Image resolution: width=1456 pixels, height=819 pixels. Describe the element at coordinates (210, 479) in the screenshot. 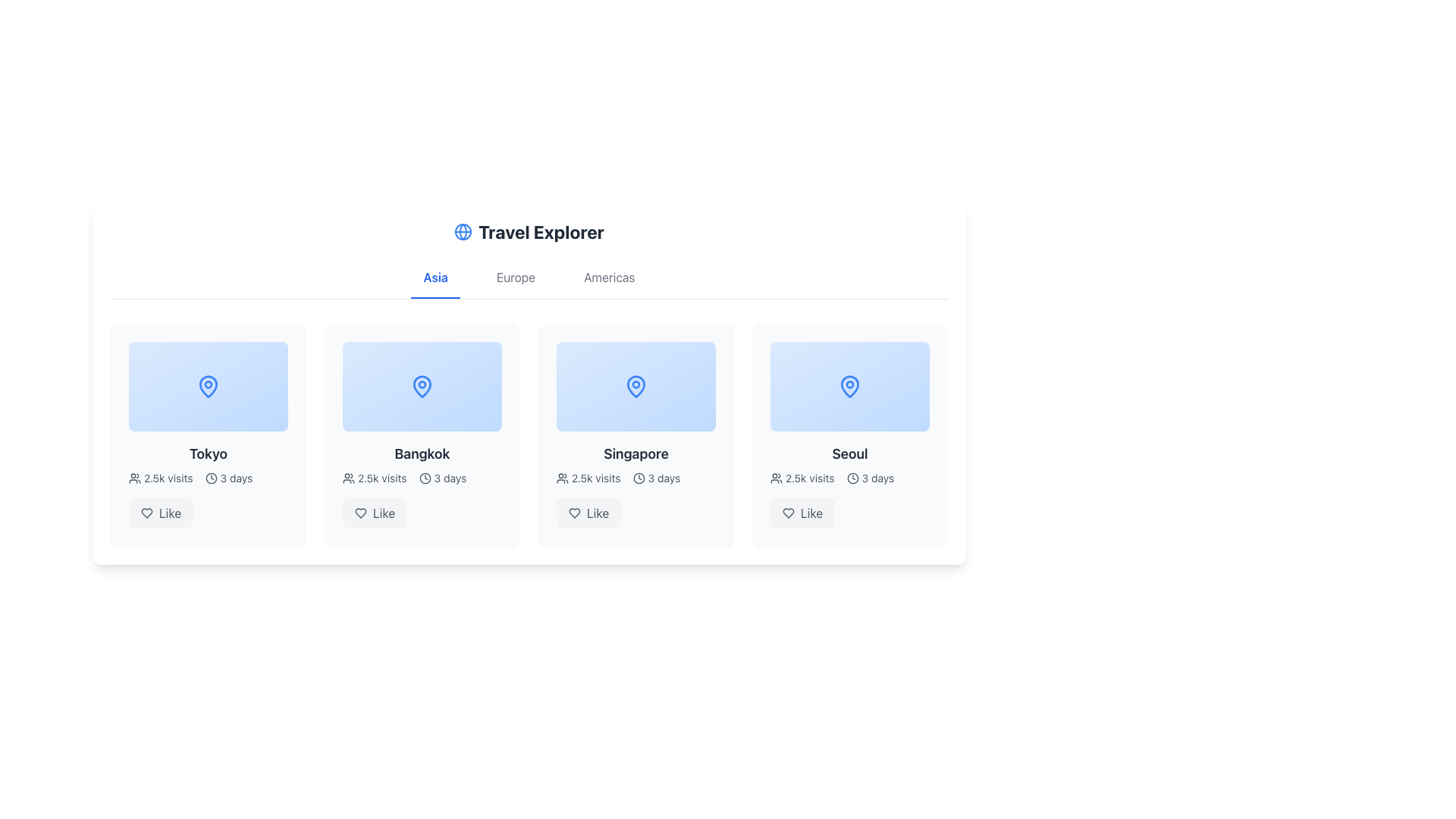

I see `the SVG Circular Stroke element that is part of the clock icon located beneath the 'Tokyo' text in the Asia tab` at that location.